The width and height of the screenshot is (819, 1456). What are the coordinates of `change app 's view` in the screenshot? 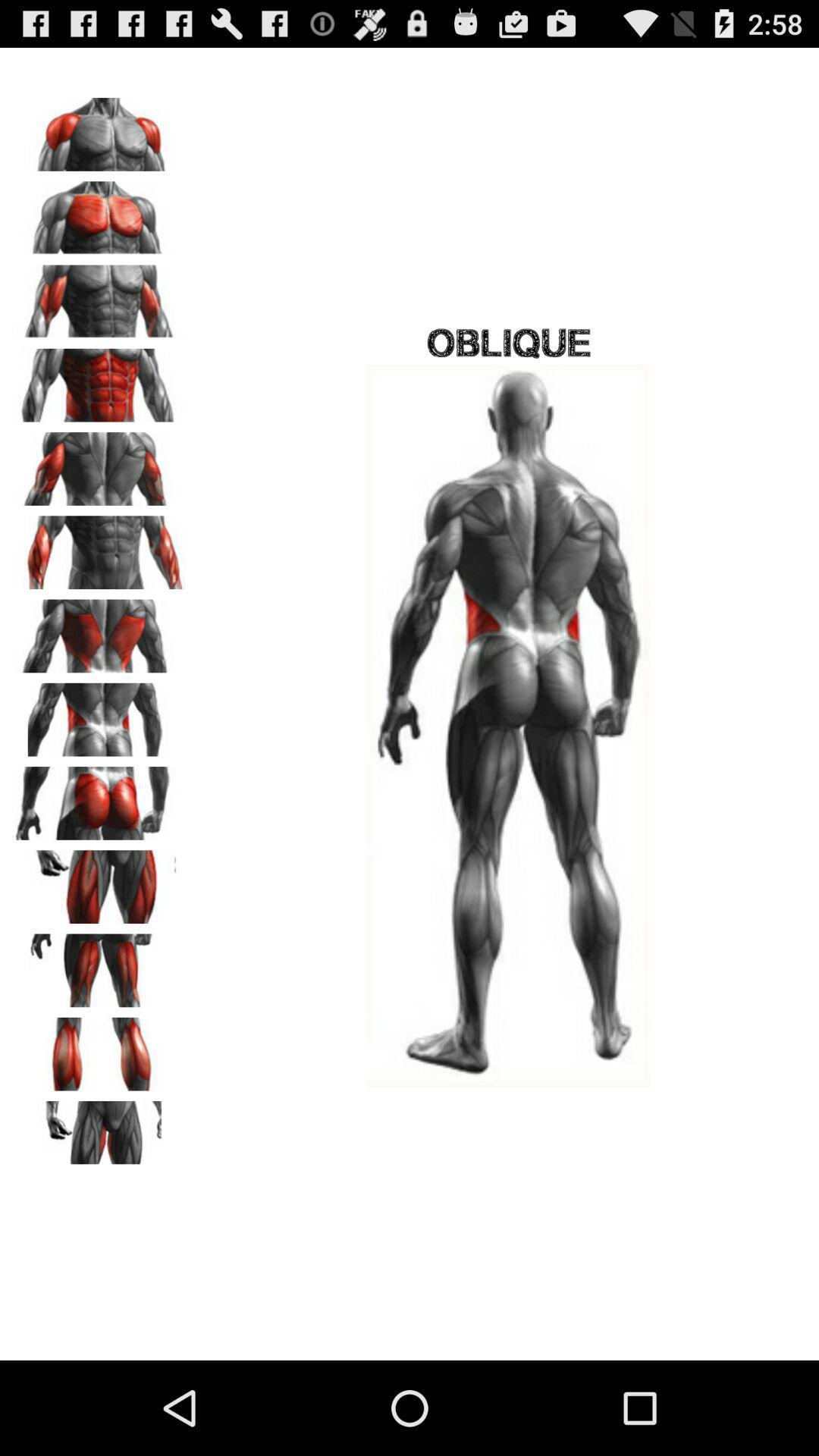 It's located at (99, 631).